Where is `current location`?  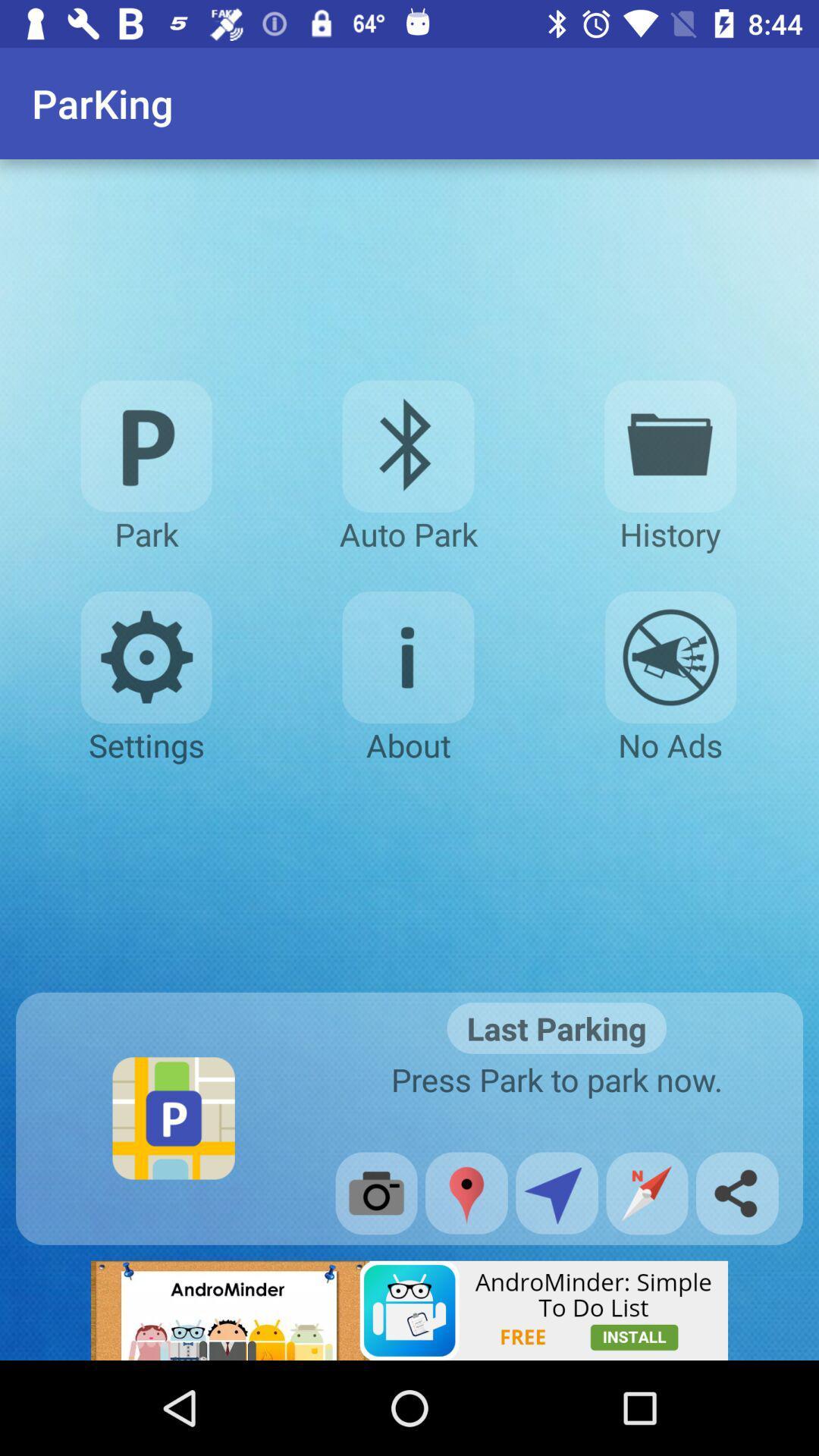
current location is located at coordinates (466, 1192).